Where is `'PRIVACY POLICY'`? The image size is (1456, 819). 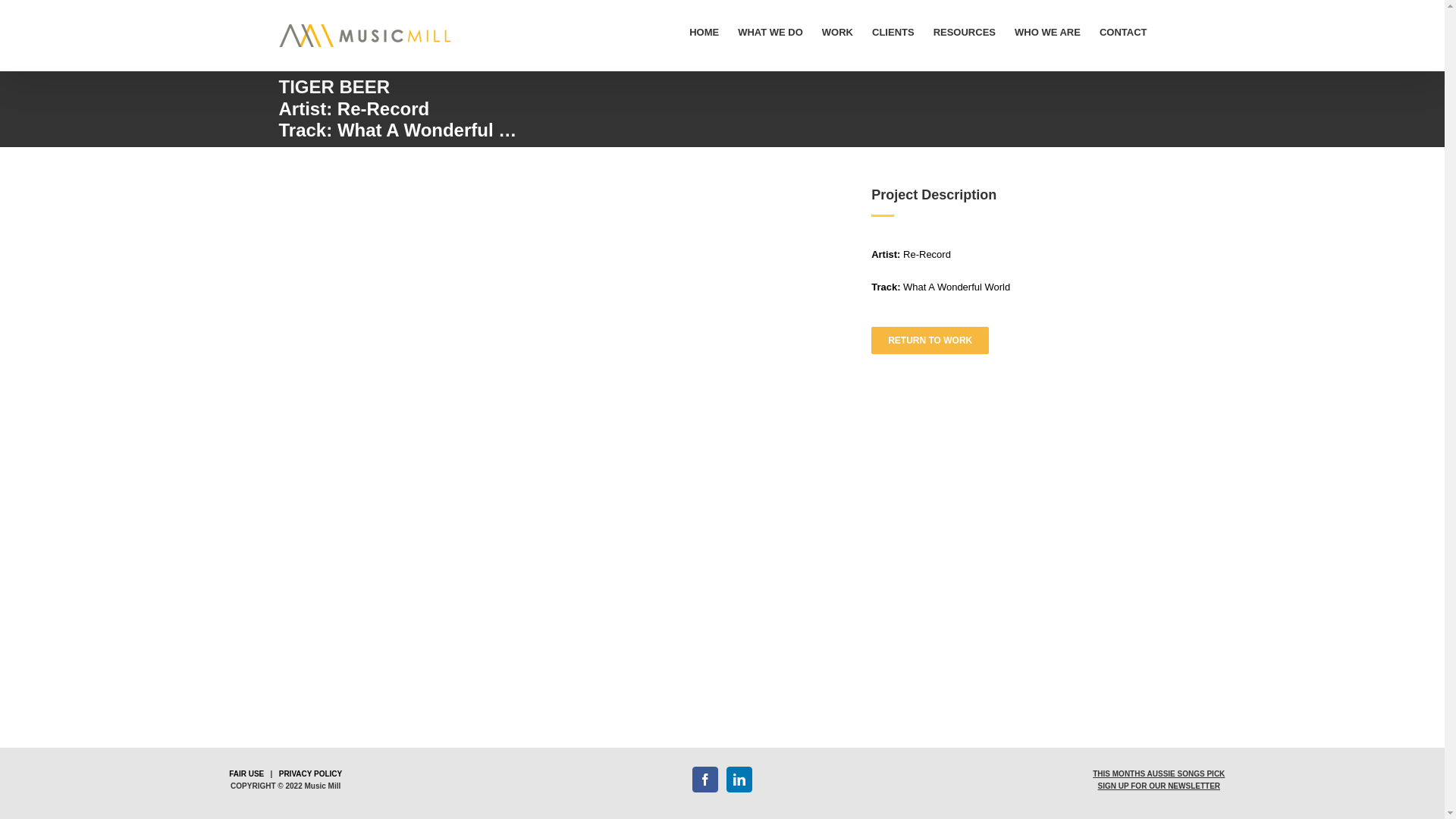 'PRIVACY POLICY' is located at coordinates (309, 773).